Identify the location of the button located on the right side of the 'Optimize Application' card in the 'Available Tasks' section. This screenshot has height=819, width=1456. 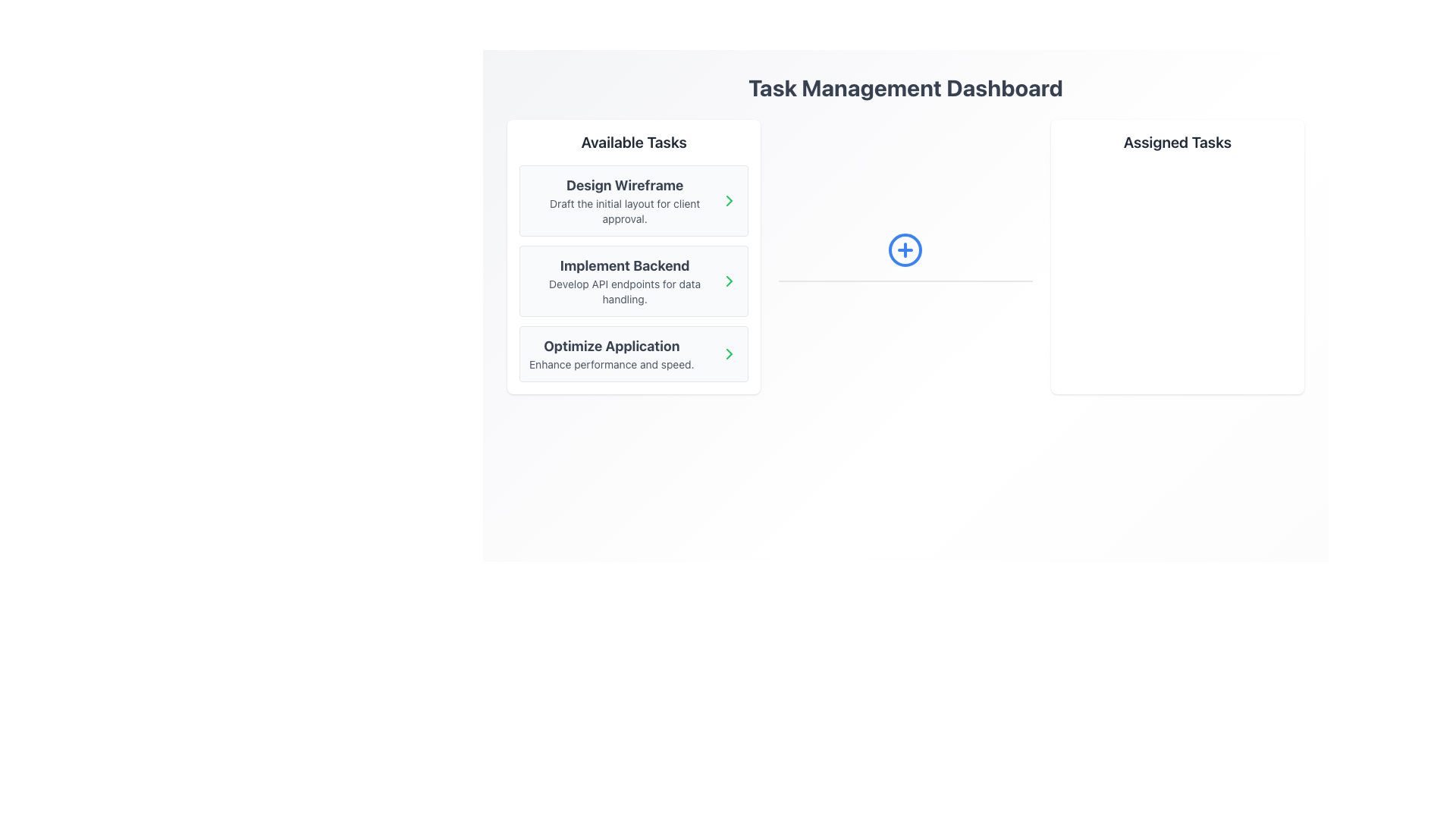
(729, 353).